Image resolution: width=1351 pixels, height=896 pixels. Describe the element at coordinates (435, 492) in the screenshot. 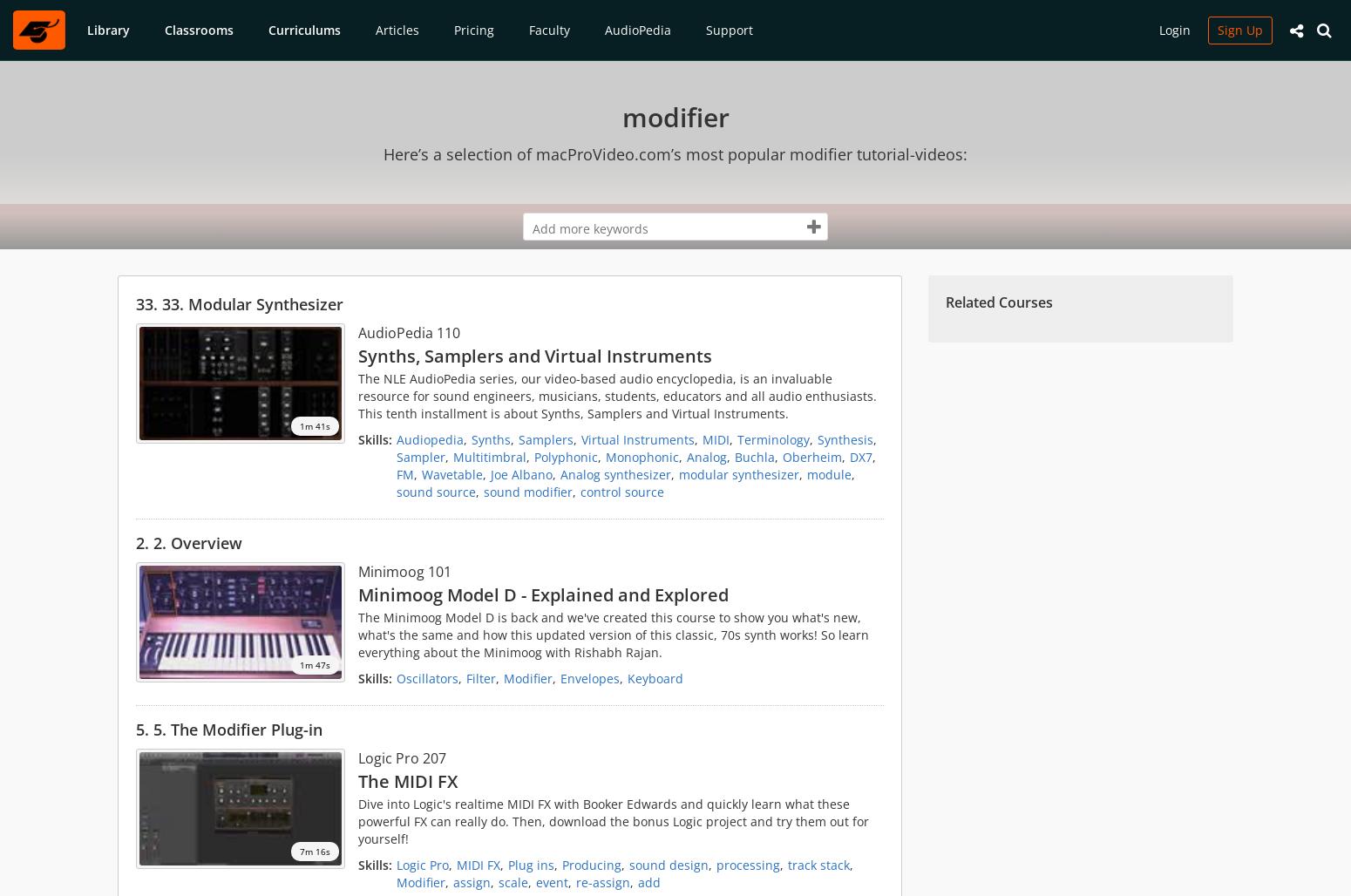

I see `'sound source'` at that location.